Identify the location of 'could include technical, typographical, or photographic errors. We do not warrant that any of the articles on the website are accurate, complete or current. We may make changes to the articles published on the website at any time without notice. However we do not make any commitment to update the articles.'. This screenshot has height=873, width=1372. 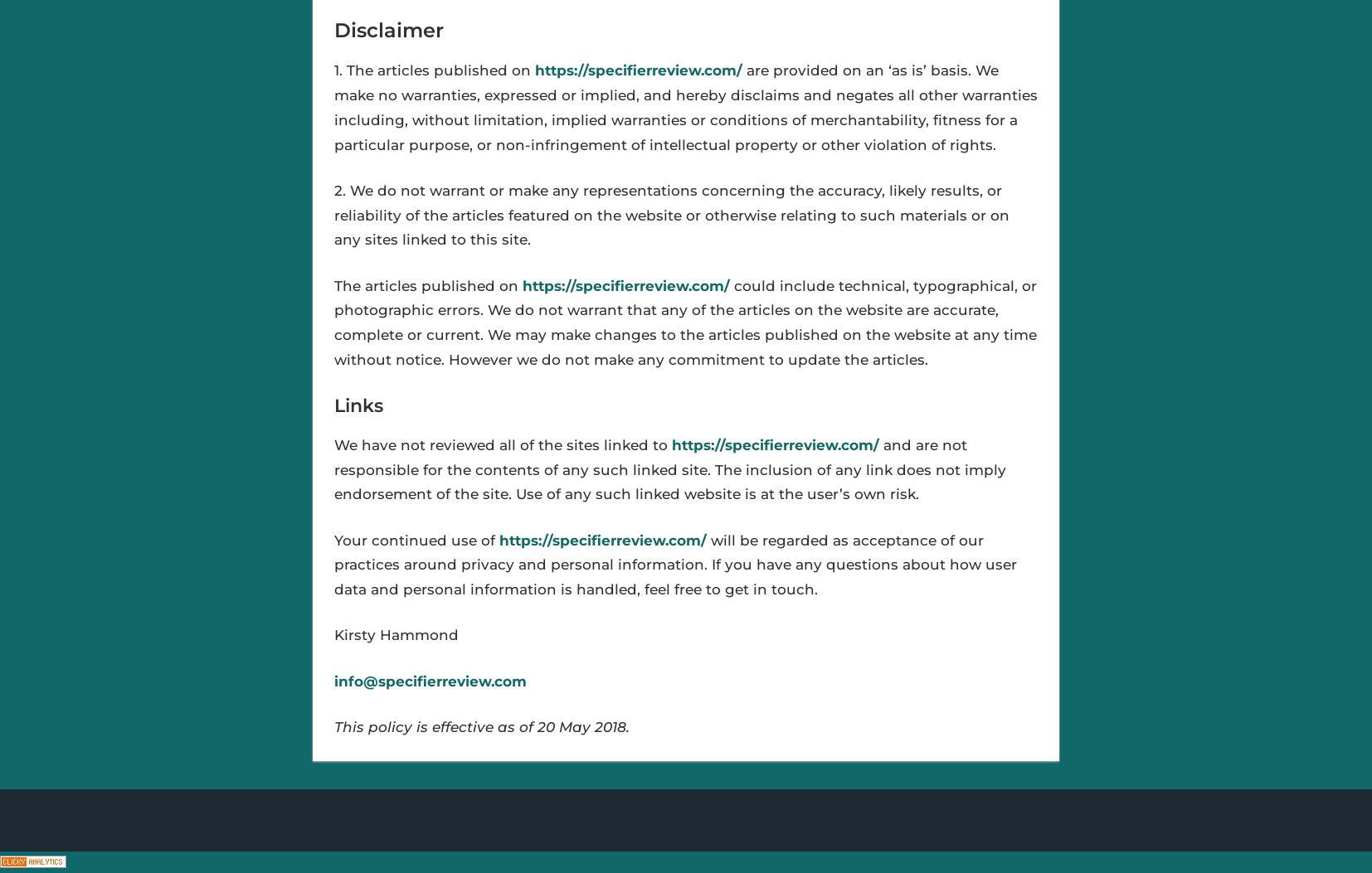
(684, 322).